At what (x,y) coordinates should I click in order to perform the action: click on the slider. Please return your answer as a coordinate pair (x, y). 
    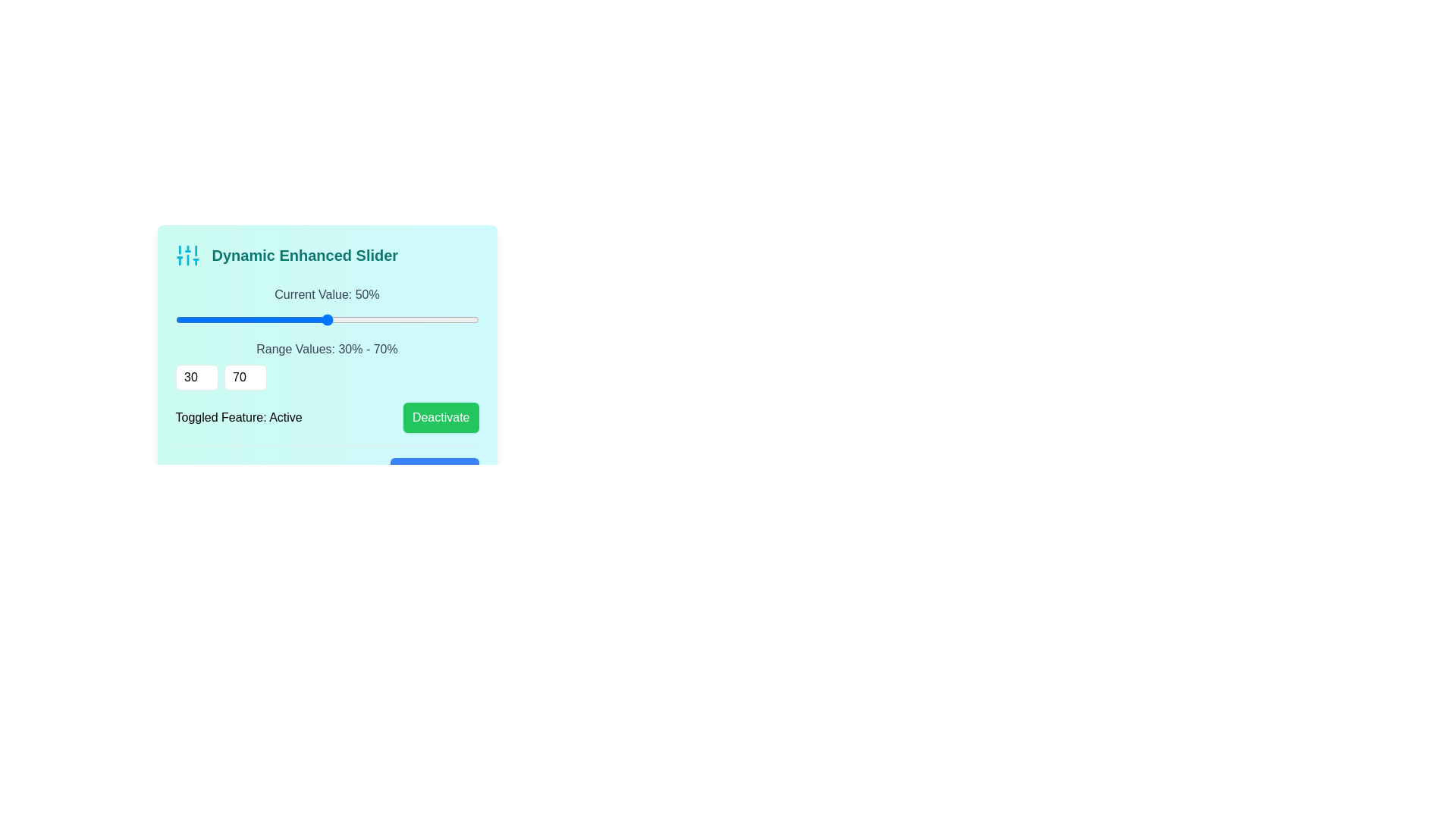
    Looking at the image, I should click on (349, 318).